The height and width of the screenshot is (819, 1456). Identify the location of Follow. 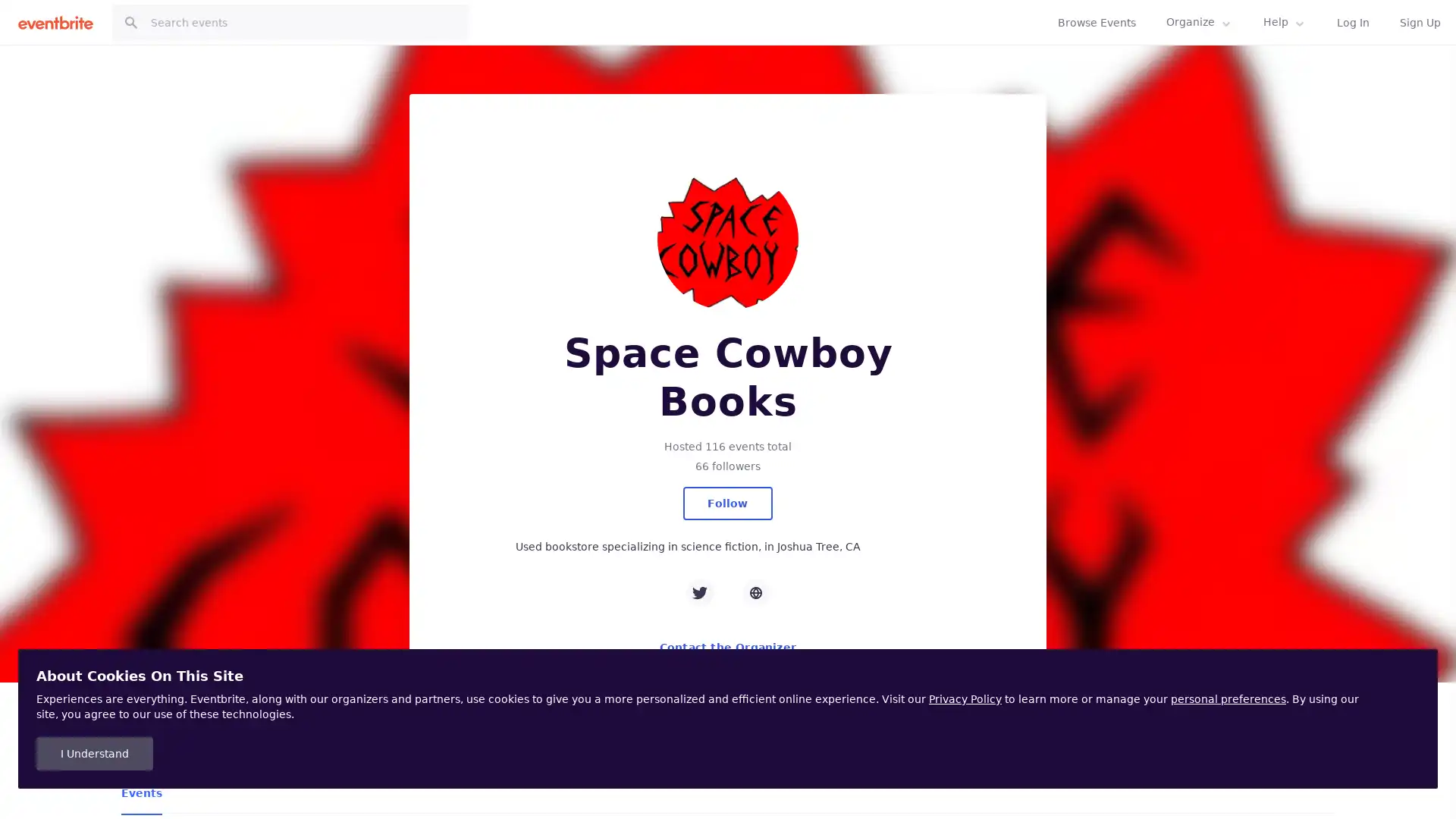
(1288, 40).